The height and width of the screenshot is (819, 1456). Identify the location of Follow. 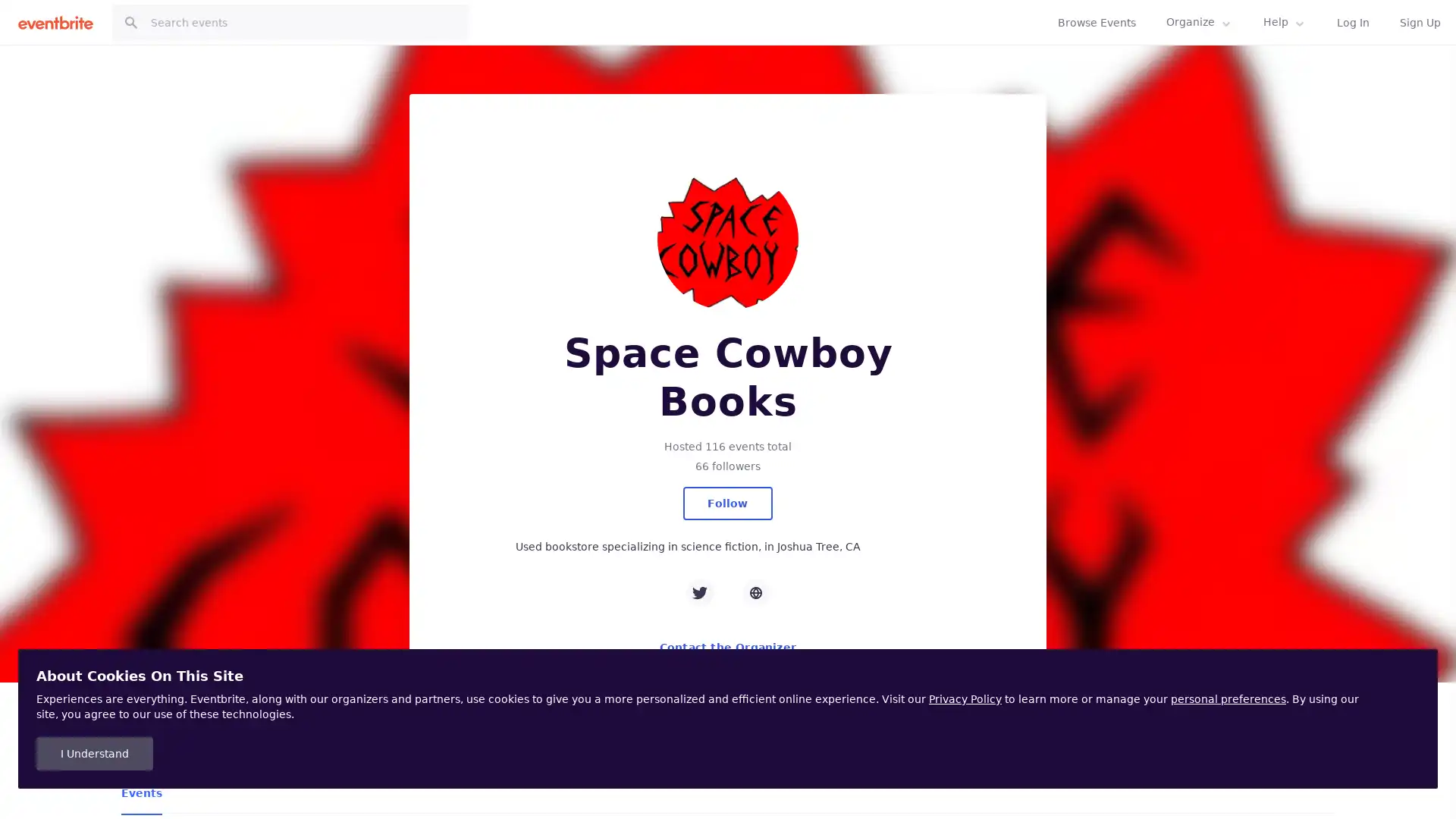
(1288, 40).